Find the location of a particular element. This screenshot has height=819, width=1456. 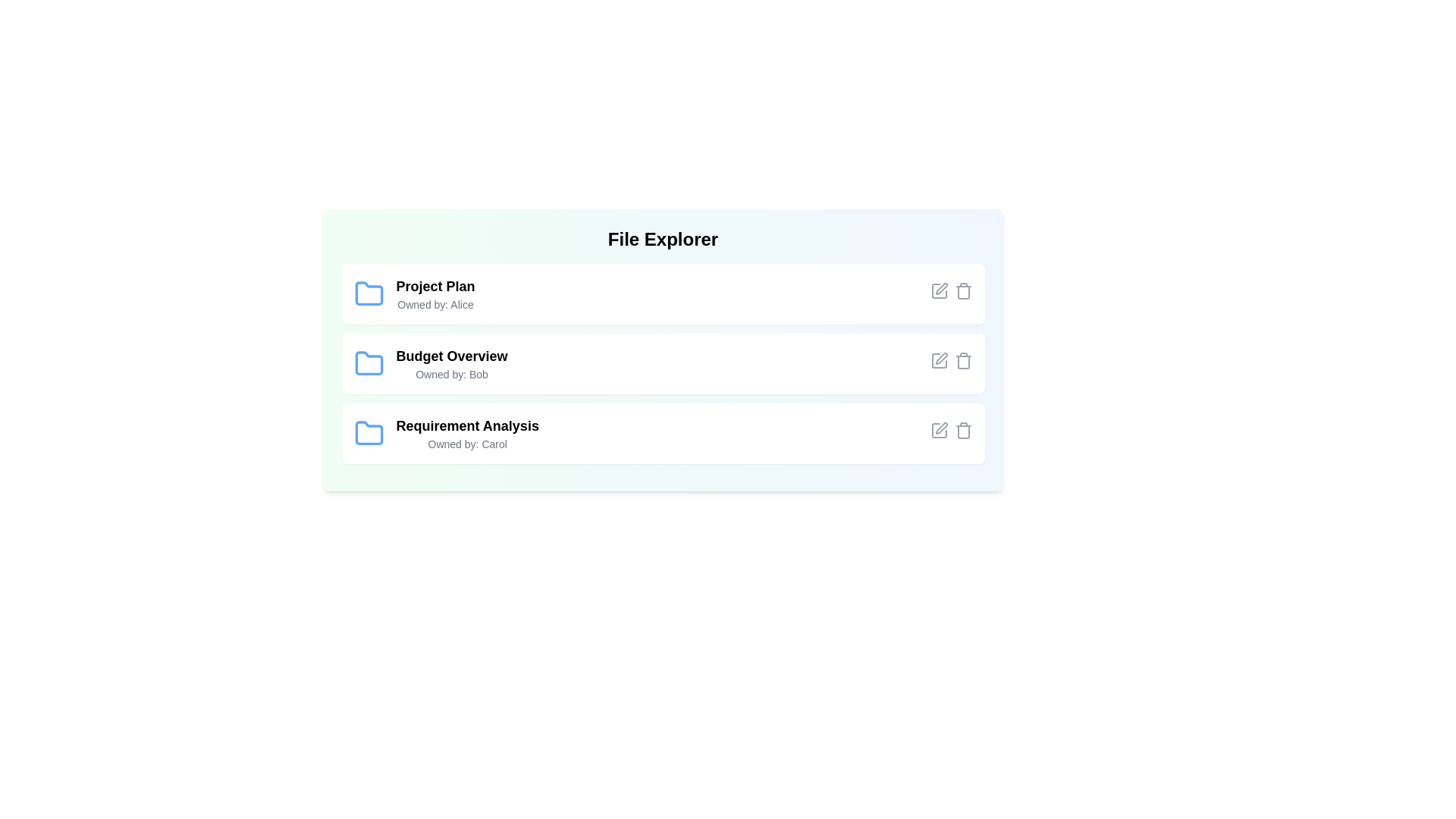

the edit icon for the file Requirement Analysis is located at coordinates (938, 430).